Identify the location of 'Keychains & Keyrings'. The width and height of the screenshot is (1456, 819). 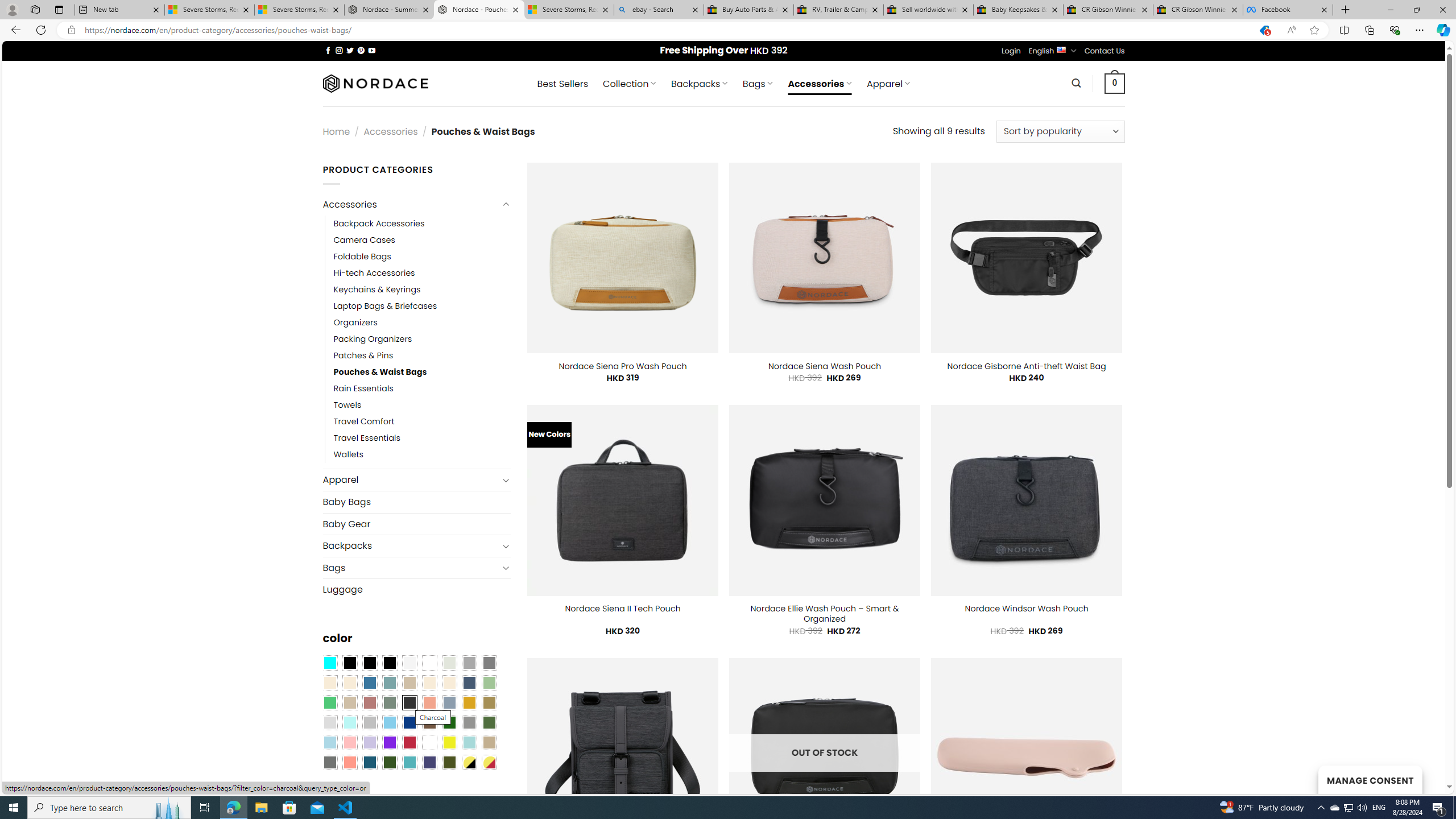
(377, 289).